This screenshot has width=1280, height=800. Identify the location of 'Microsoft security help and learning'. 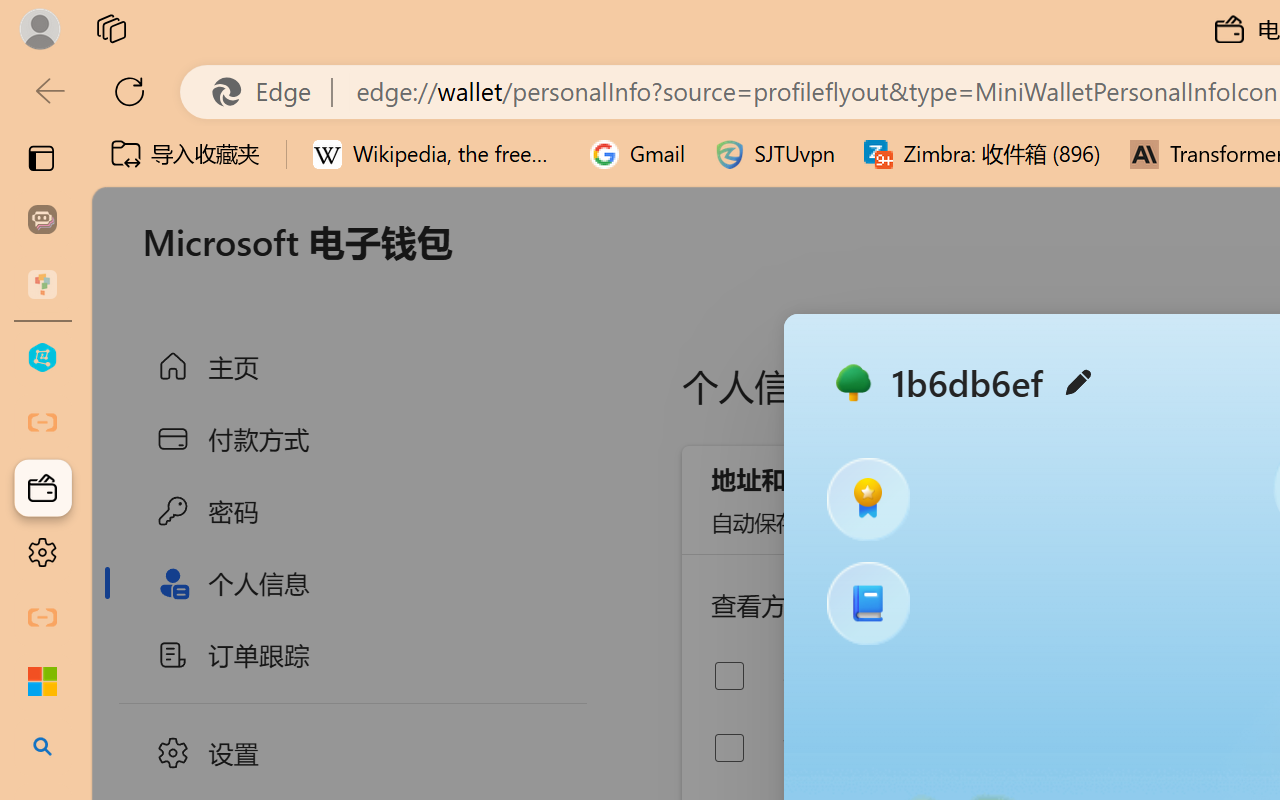
(42, 682).